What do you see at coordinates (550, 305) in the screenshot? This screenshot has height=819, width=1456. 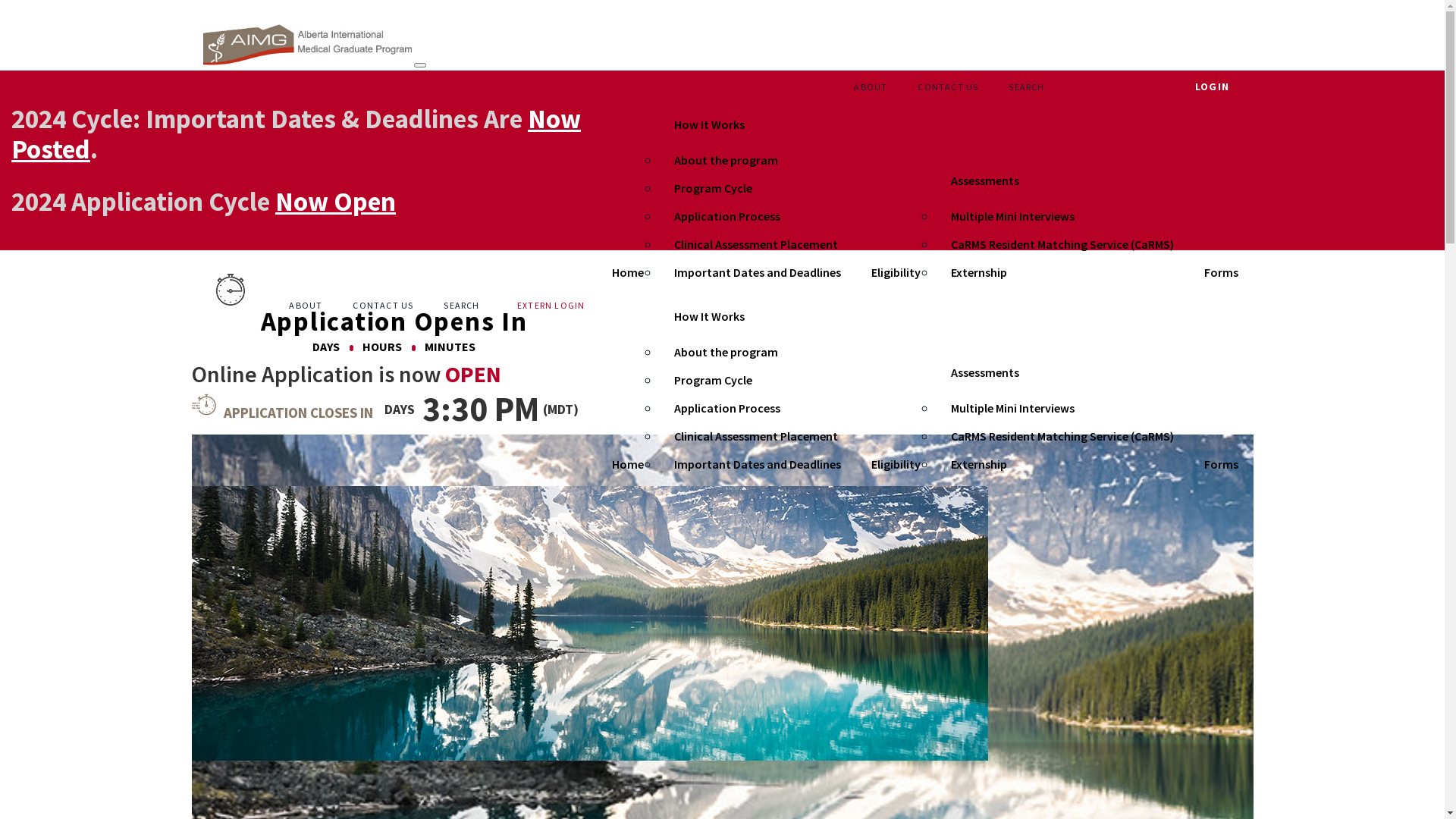 I see `'EXTERN LOGIN'` at bounding box center [550, 305].